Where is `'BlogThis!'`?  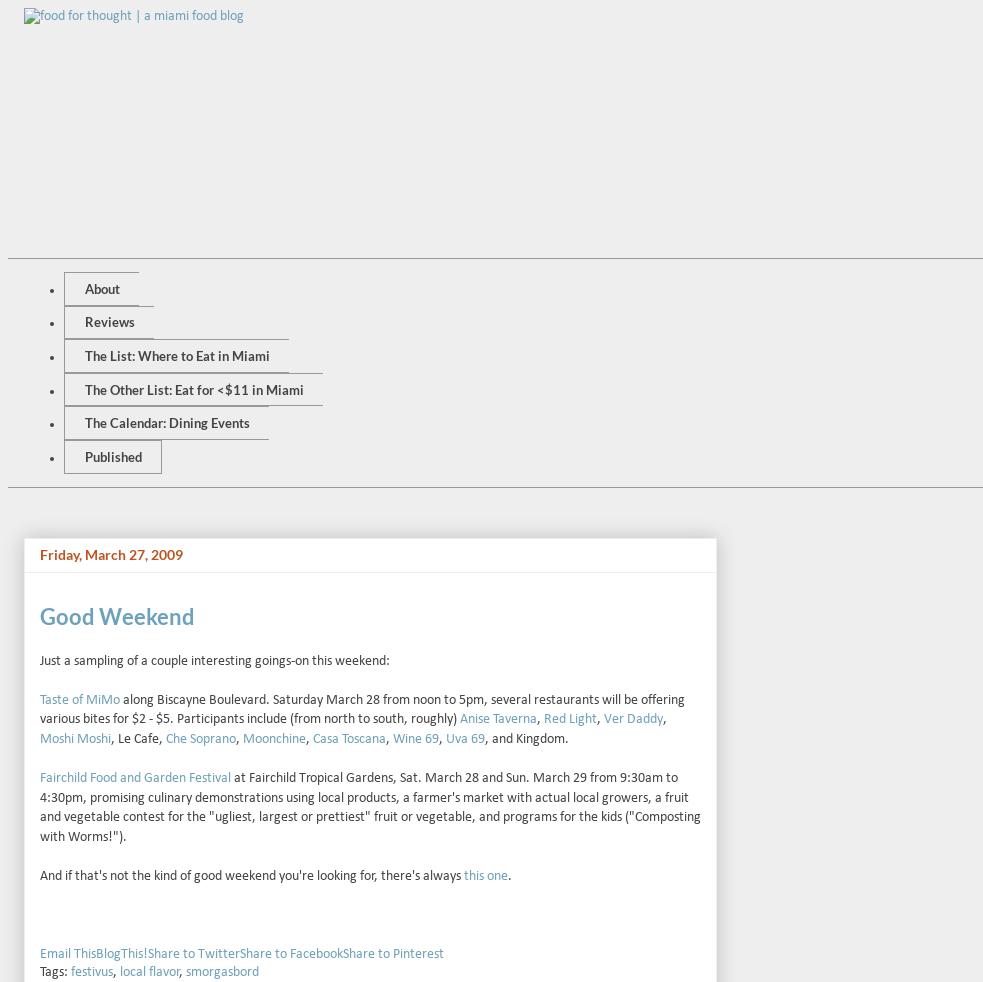 'BlogThis!' is located at coordinates (120, 954).